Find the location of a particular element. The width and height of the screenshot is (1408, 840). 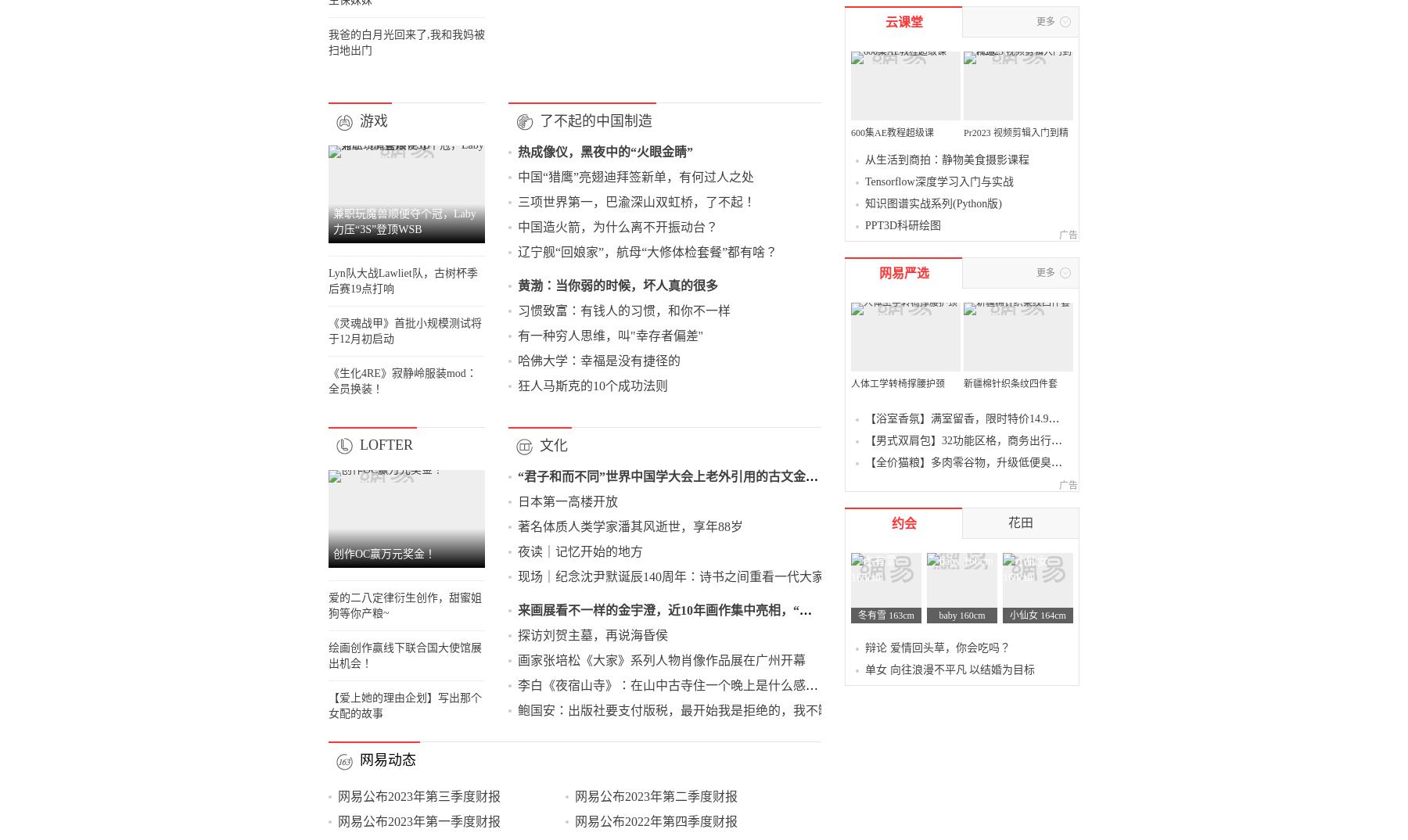

'Pr2023 视频剪辑入门到精通' is located at coordinates (1056, 495).